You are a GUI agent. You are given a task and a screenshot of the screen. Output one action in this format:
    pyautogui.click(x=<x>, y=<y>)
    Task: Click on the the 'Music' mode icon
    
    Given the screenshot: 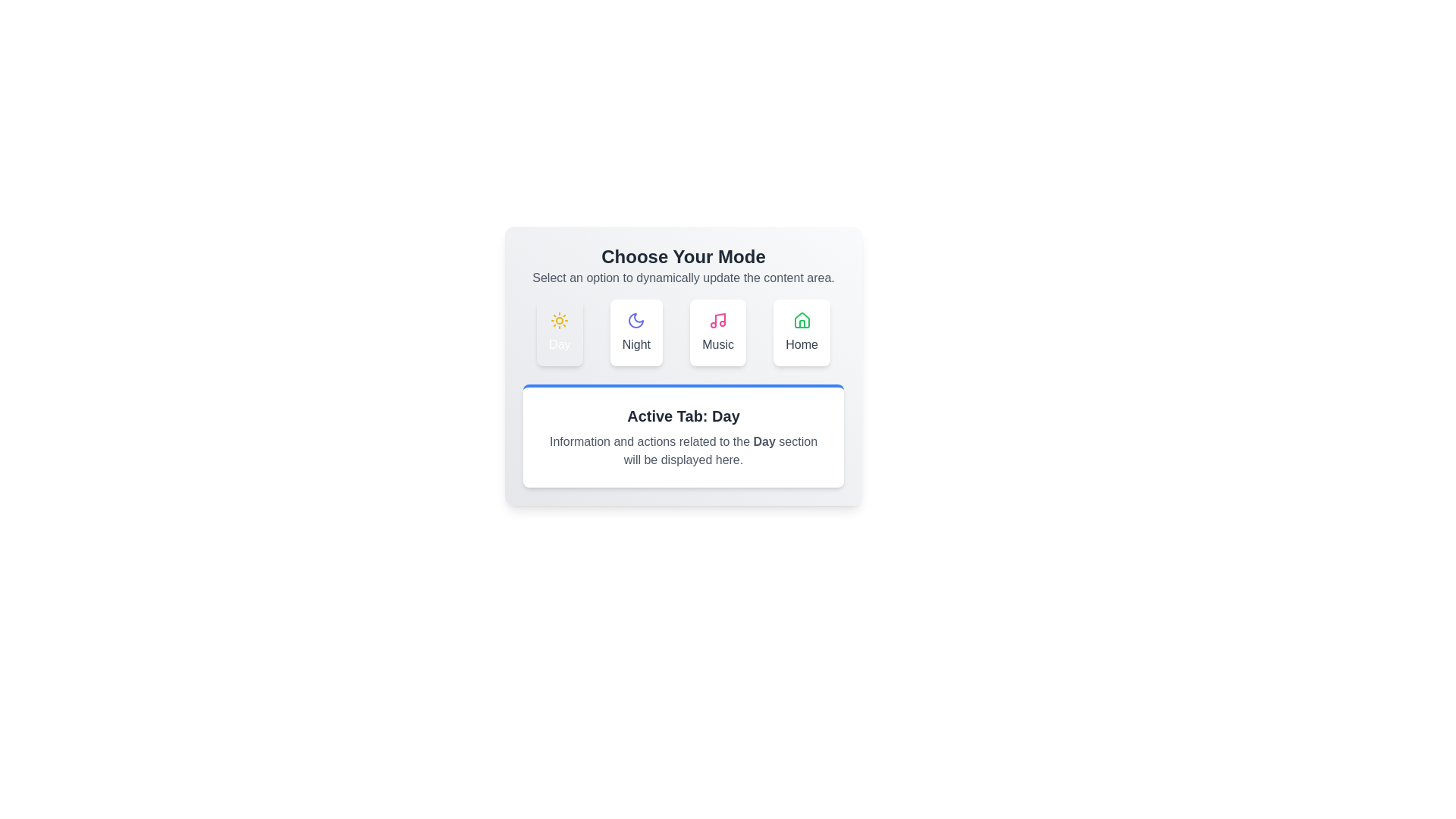 What is the action you would take?
    pyautogui.click(x=717, y=320)
    